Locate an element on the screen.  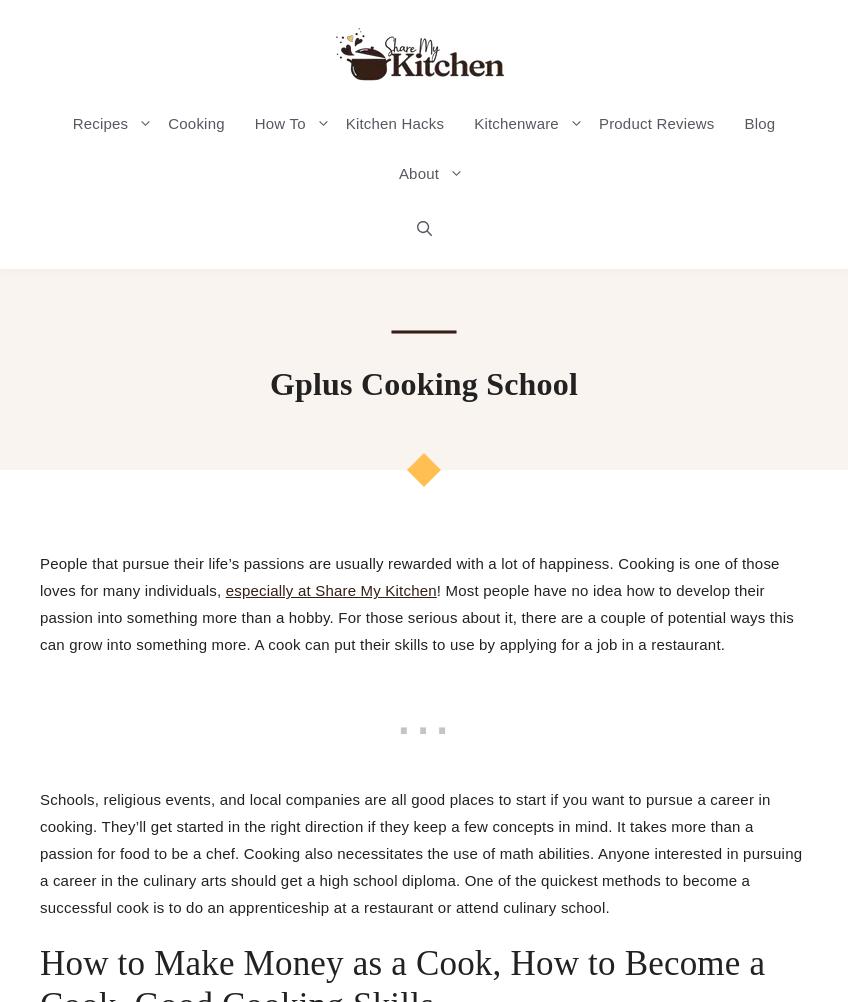
'! Most people have no idea how to develop their passion into something more than a hobby. For those serious about it, there are a couple of potential ways this can grow into something more. A cook can put their skills to use by applying for a job in a restaurant.' is located at coordinates (416, 616).